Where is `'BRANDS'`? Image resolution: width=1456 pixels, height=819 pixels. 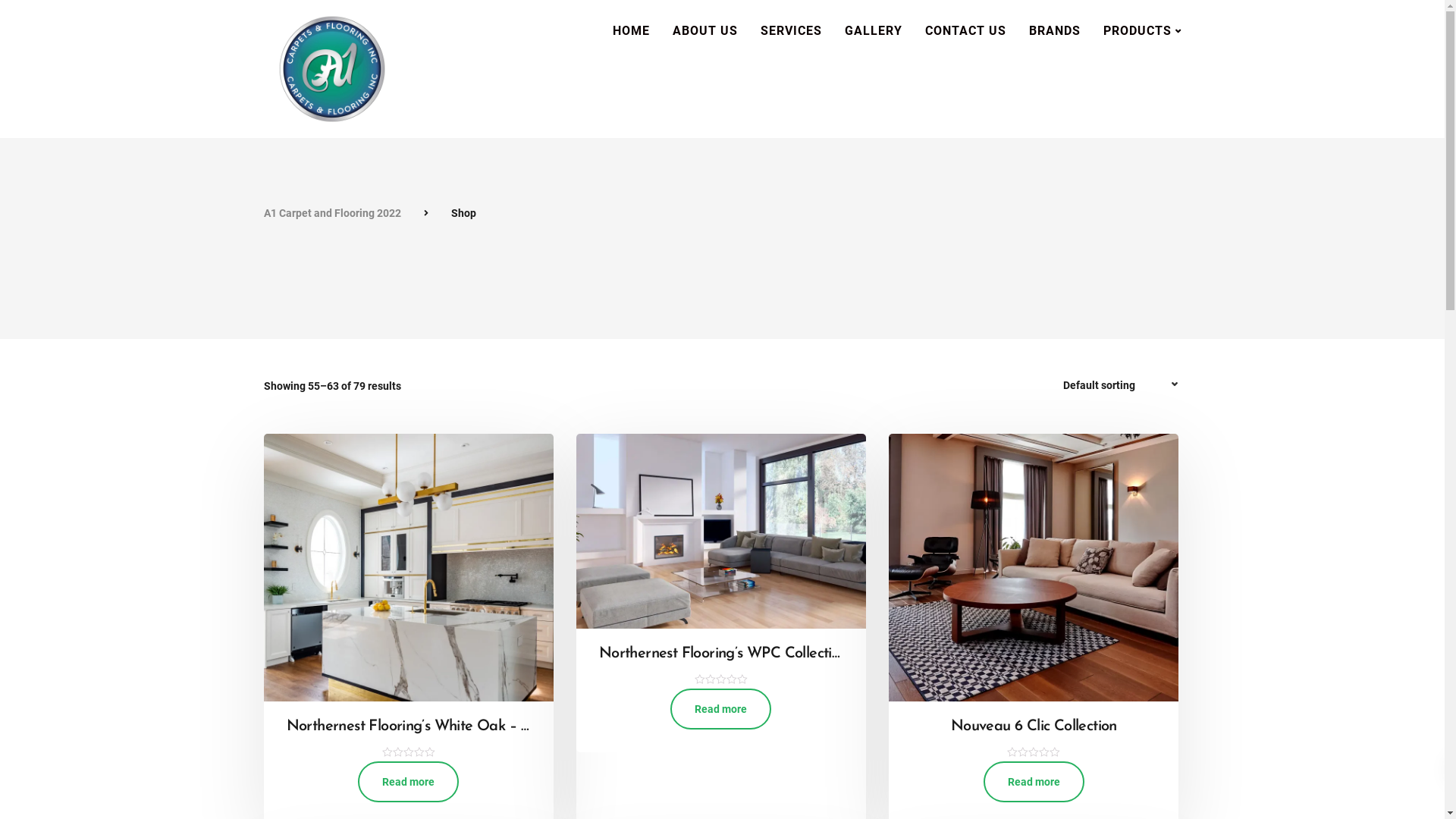
'BRANDS' is located at coordinates (1054, 31).